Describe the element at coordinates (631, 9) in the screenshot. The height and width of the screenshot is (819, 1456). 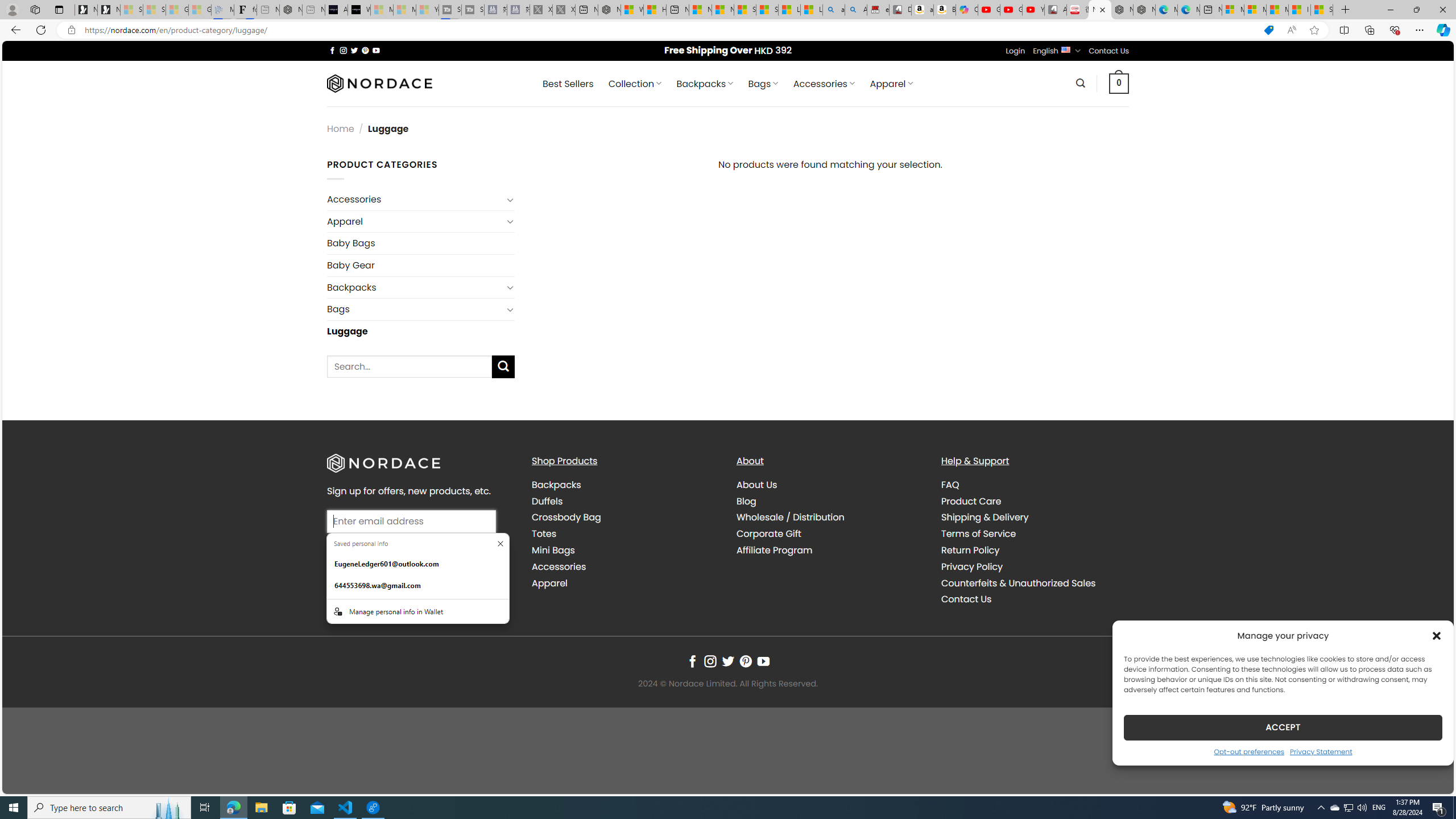
I see `'Wildlife - MSN'` at that location.